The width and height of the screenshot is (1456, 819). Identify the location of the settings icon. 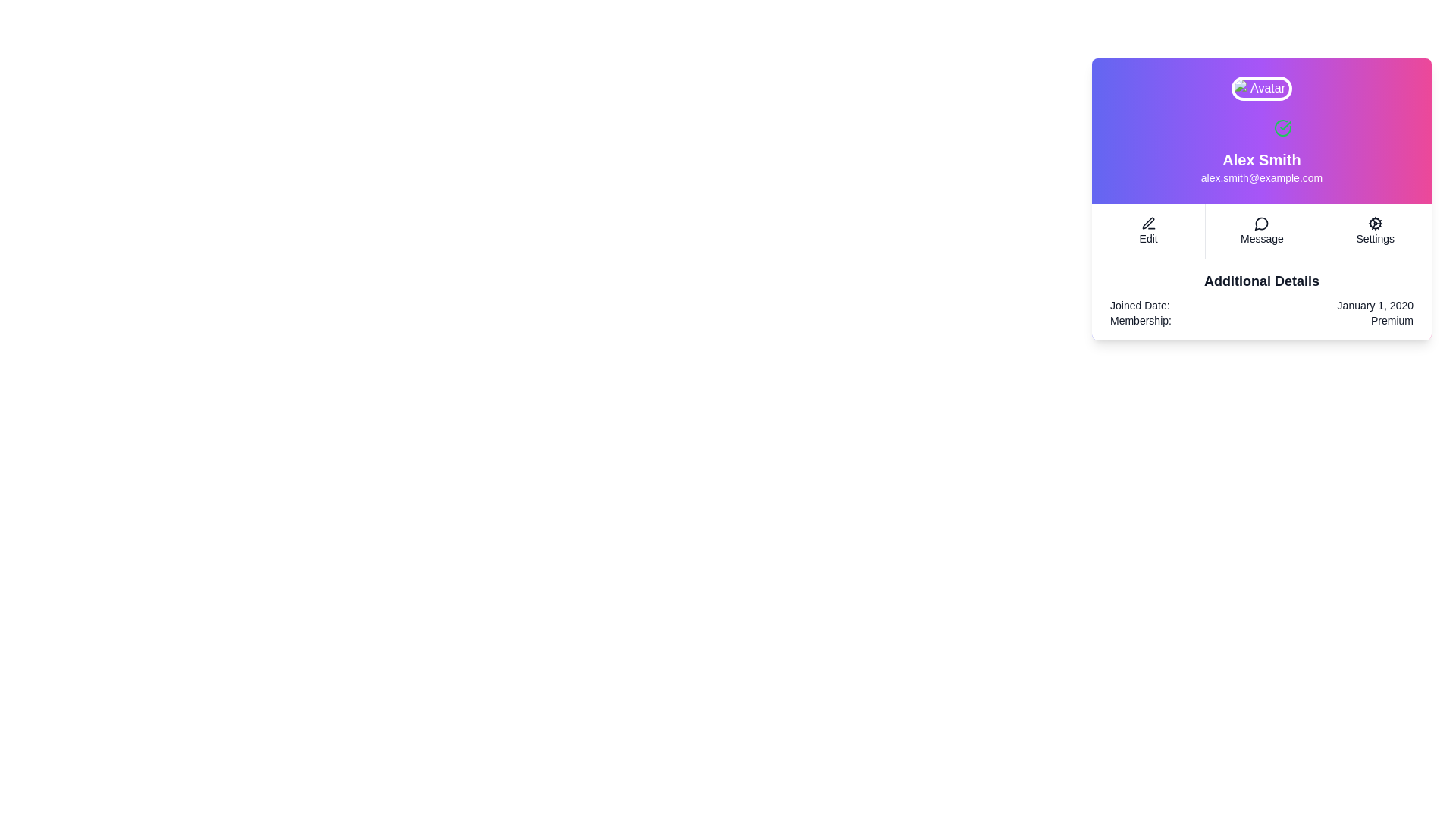
(1375, 223).